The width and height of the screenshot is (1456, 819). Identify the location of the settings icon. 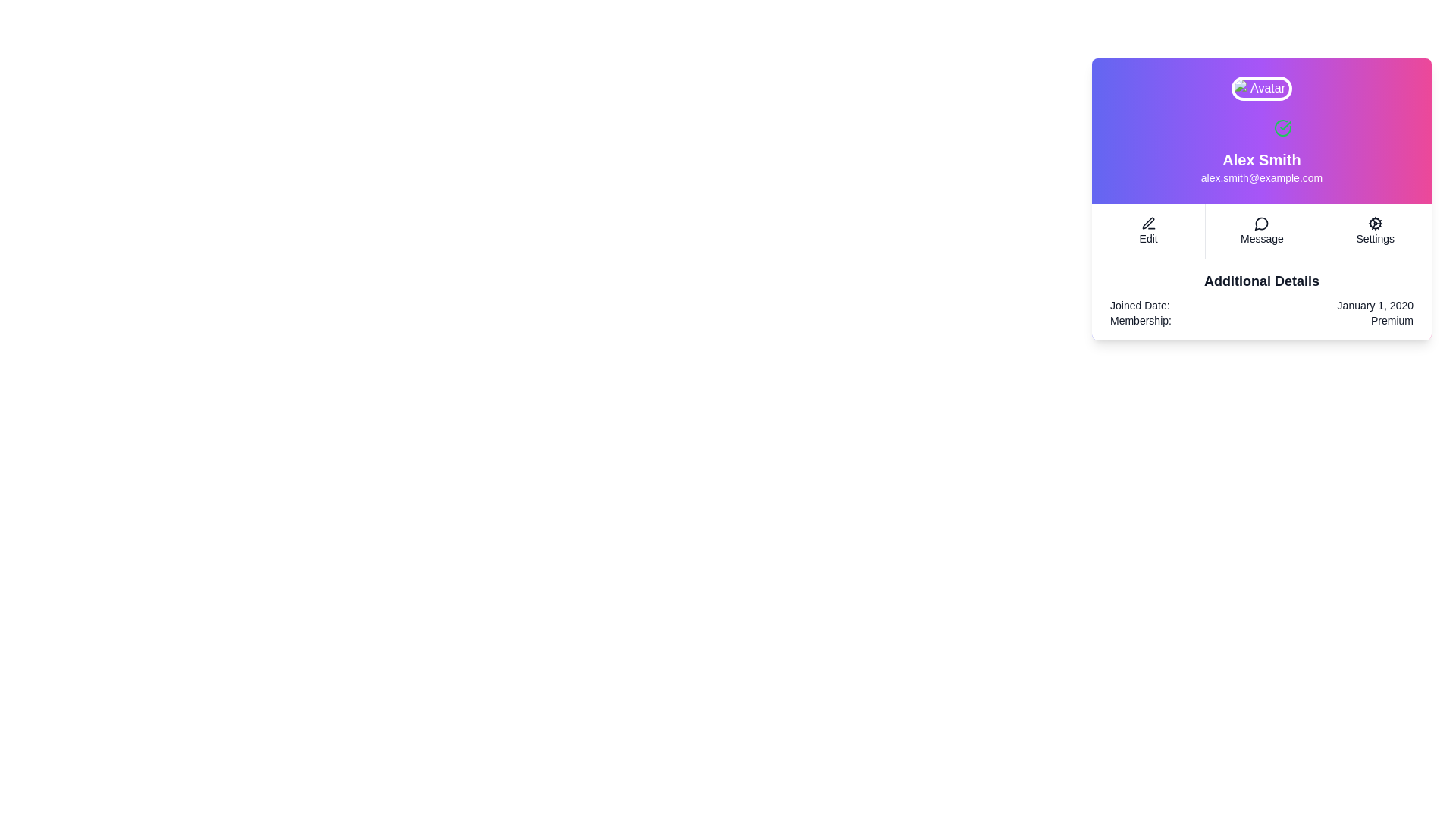
(1375, 223).